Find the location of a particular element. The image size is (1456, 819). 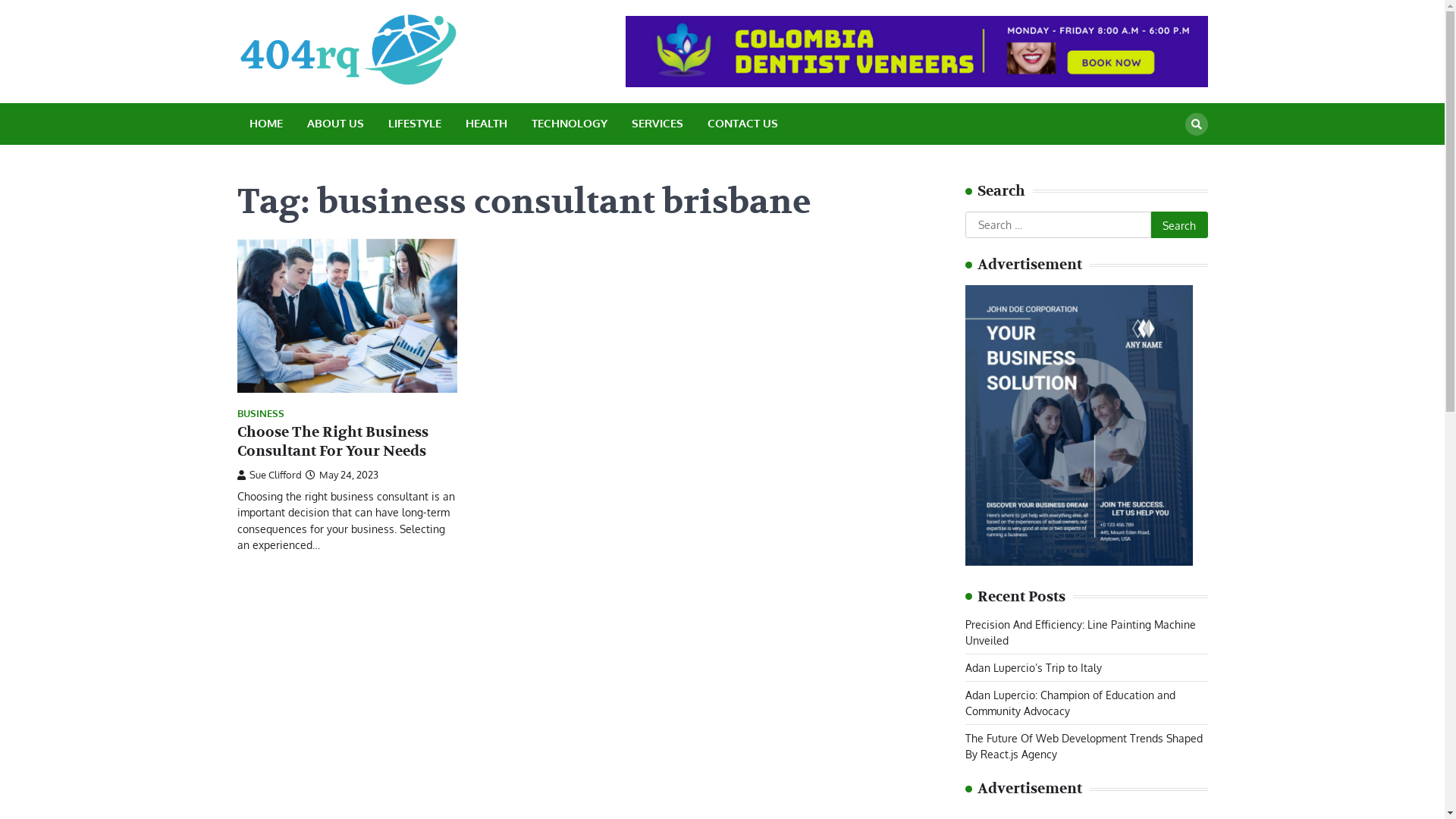

'Search' is located at coordinates (1178, 225).